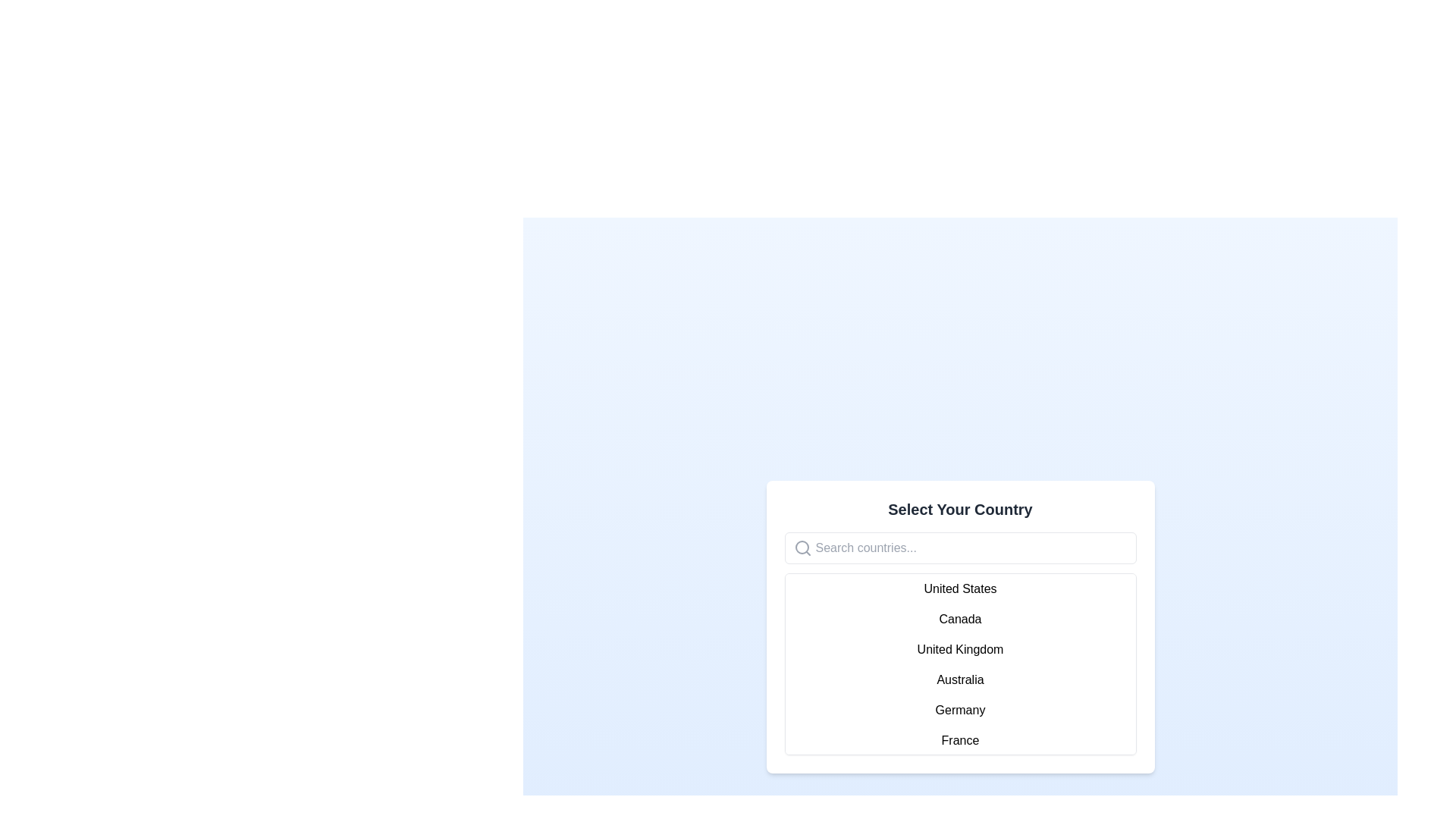 The width and height of the screenshot is (1456, 819). Describe the element at coordinates (959, 711) in the screenshot. I see `the selectable list item labeled 'Germany', which is the fifth option in the dropdown menu under 'Select Your Country'` at that location.